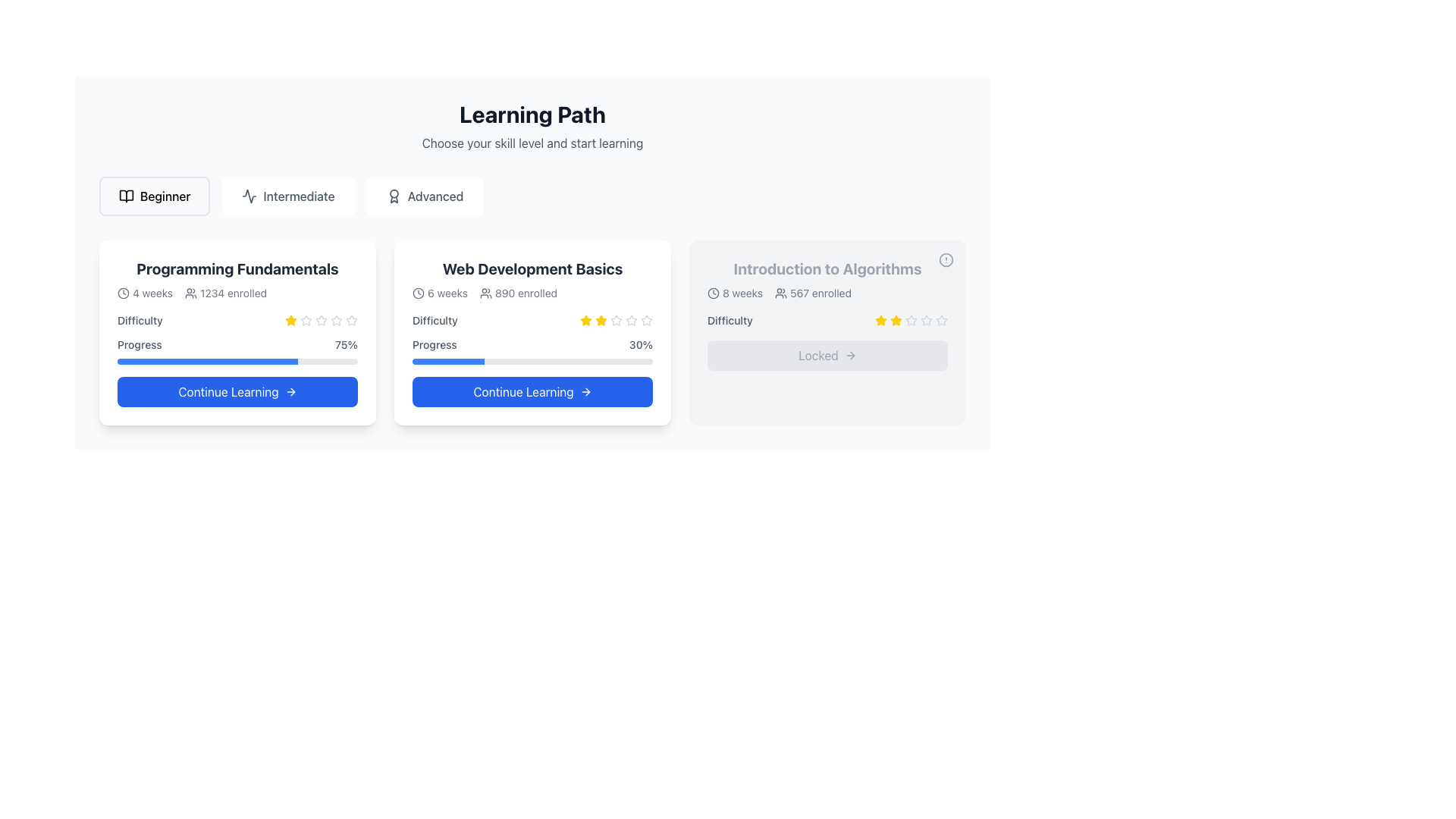 The width and height of the screenshot is (1456, 819). Describe the element at coordinates (237, 268) in the screenshot. I see `the text element reading 'Programming Fundamentals', which is styled in bold and large font, located at the upper section of the first card in a horizontal row of cards` at that location.